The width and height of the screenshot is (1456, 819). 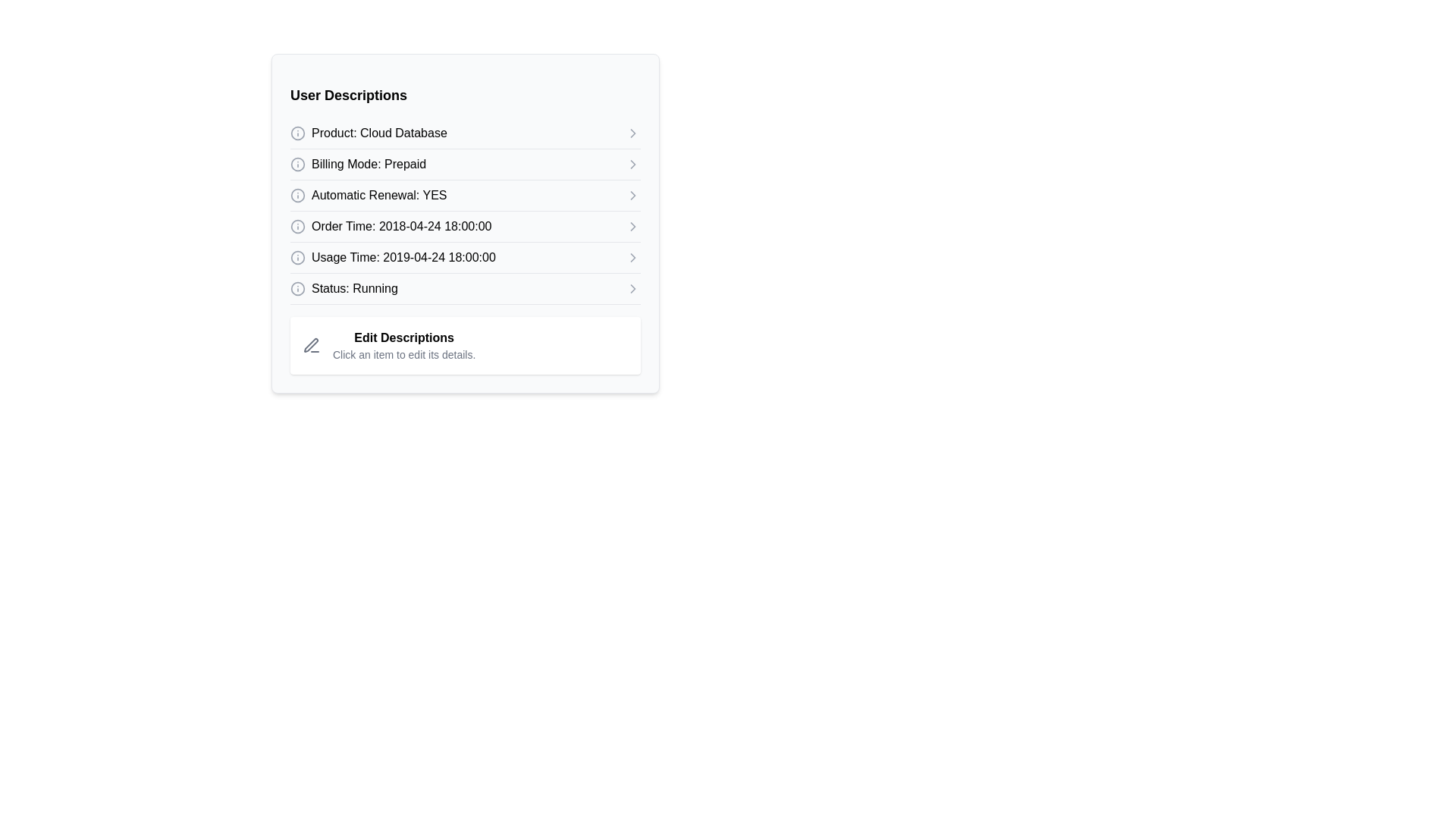 What do you see at coordinates (298, 227) in the screenshot?
I see `the information icon located to the left of the text 'Order Time: 2018-04-24 18:00:00'` at bounding box center [298, 227].